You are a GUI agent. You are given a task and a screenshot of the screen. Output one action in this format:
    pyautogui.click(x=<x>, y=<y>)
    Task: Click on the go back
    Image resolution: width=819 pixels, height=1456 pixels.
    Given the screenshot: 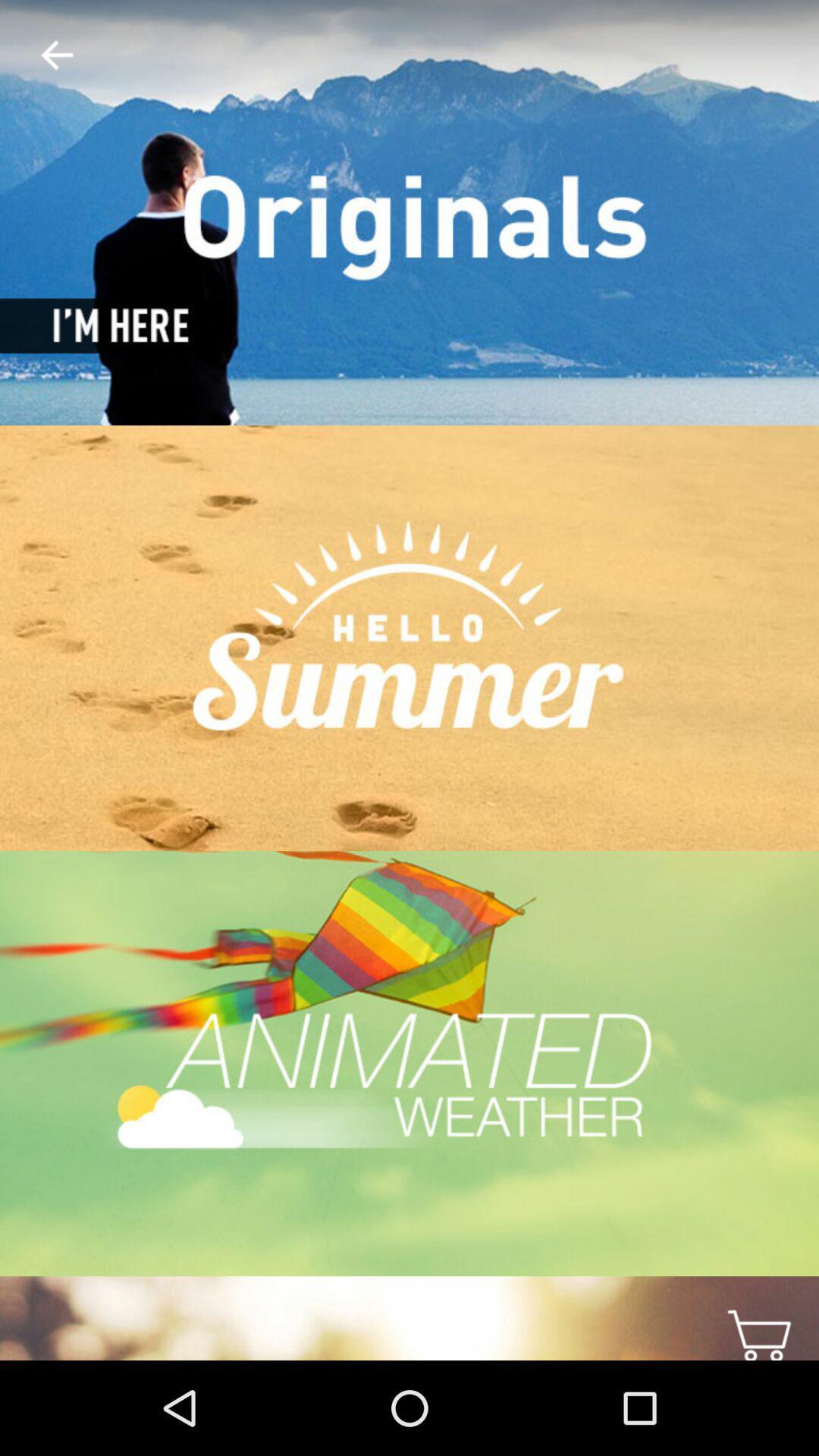 What is the action you would take?
    pyautogui.click(x=44, y=55)
    